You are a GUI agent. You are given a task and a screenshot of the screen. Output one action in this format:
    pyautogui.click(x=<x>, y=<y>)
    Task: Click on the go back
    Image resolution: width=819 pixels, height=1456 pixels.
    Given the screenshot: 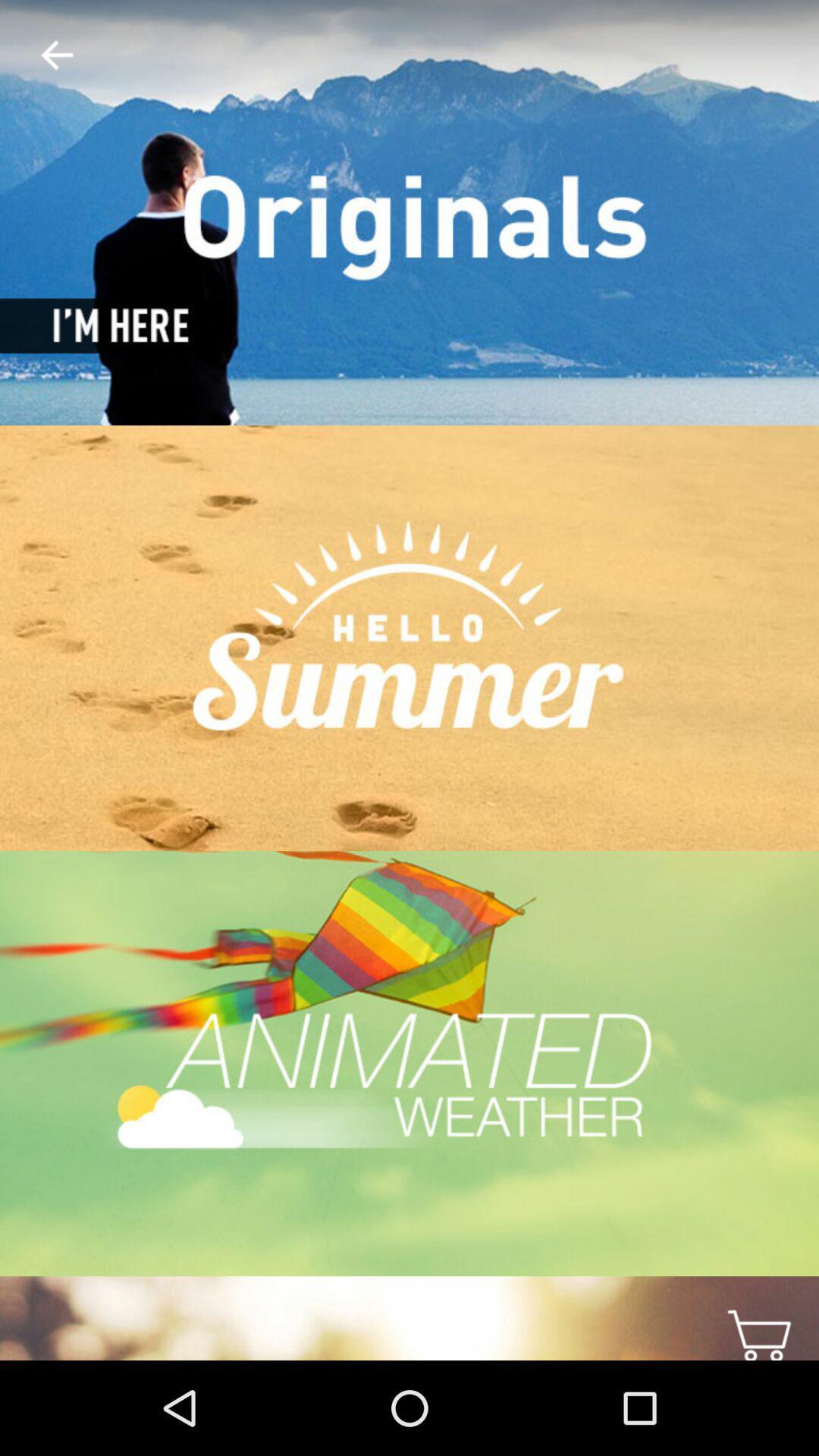 What is the action you would take?
    pyautogui.click(x=44, y=55)
    